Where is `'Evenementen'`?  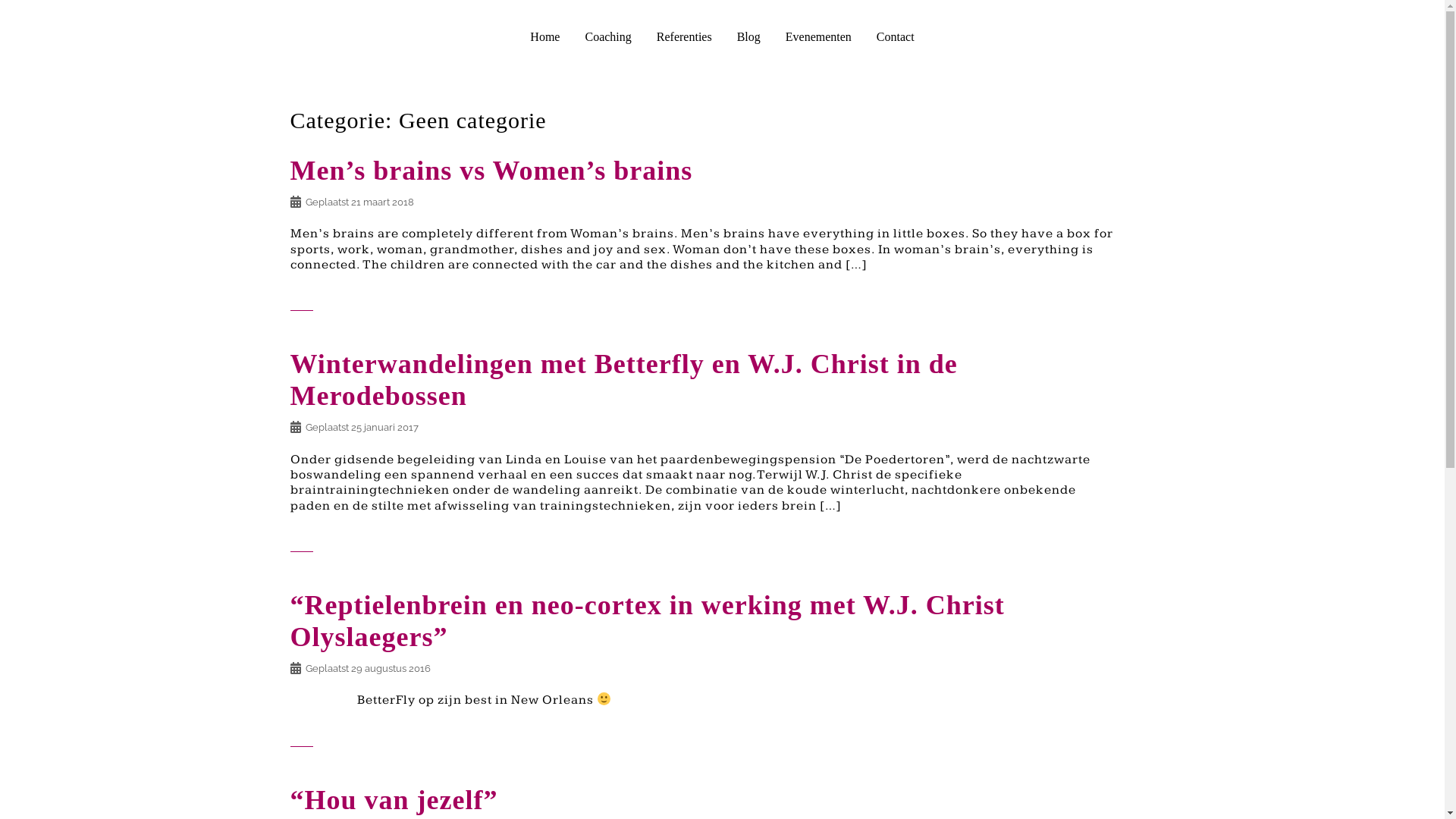 'Evenementen' is located at coordinates (817, 36).